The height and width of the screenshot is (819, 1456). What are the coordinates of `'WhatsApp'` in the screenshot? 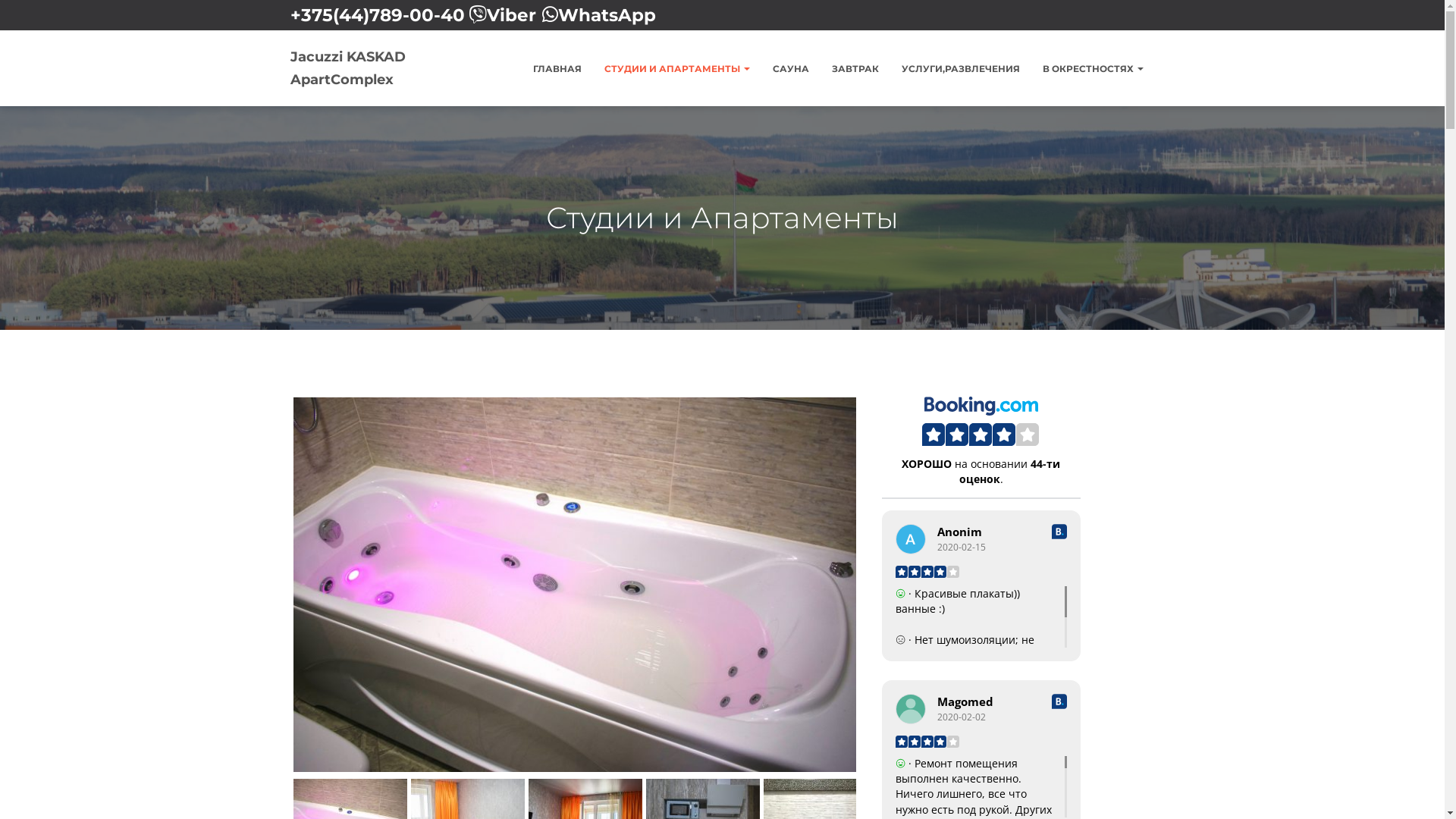 It's located at (607, 14).